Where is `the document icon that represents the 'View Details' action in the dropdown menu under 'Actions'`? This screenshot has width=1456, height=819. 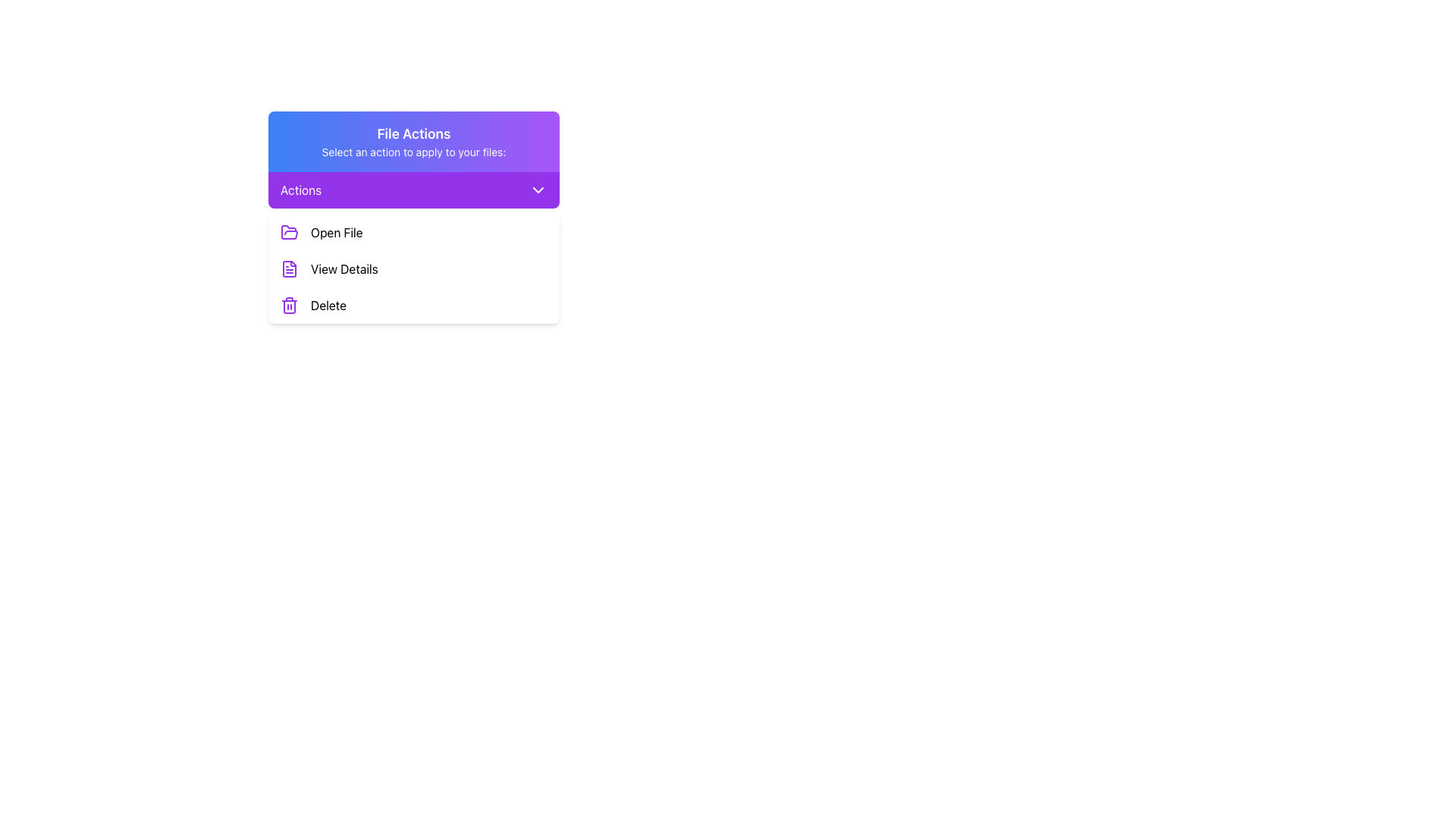
the document icon that represents the 'View Details' action in the dropdown menu under 'Actions' is located at coordinates (290, 268).